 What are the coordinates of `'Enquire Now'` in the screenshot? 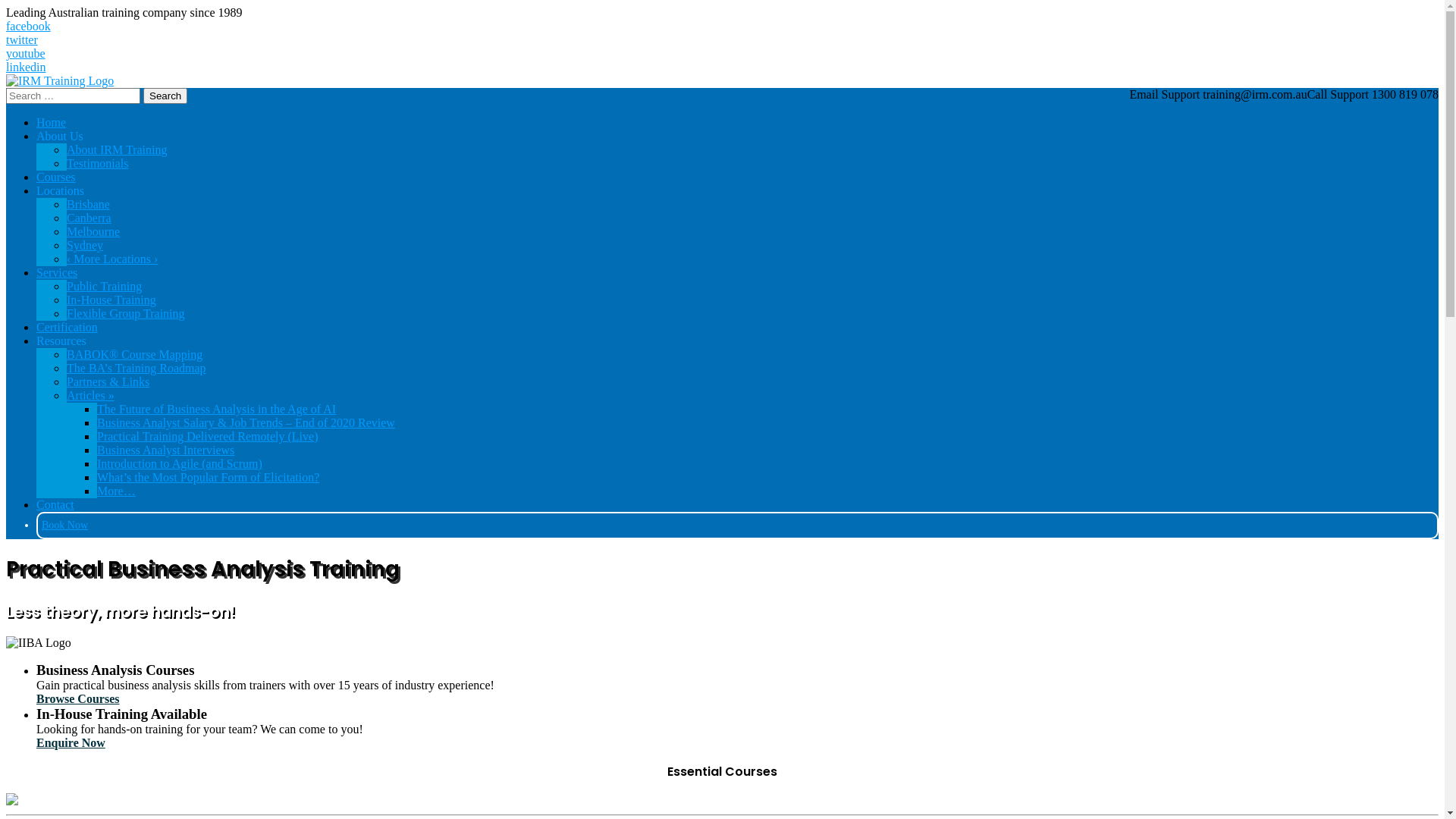 It's located at (70, 742).